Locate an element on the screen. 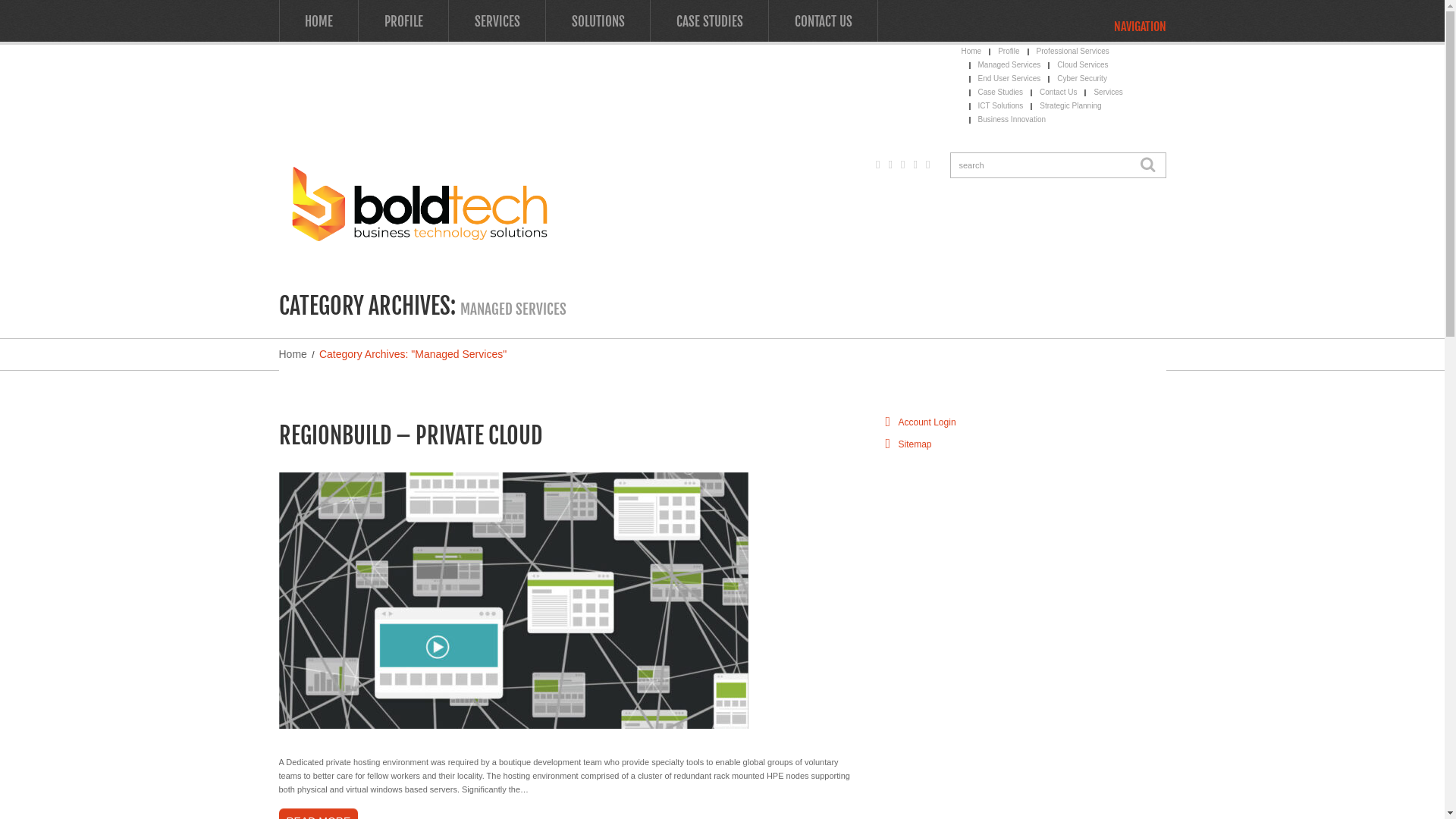 The image size is (1456, 819). 'Professional Services' is located at coordinates (1072, 50).